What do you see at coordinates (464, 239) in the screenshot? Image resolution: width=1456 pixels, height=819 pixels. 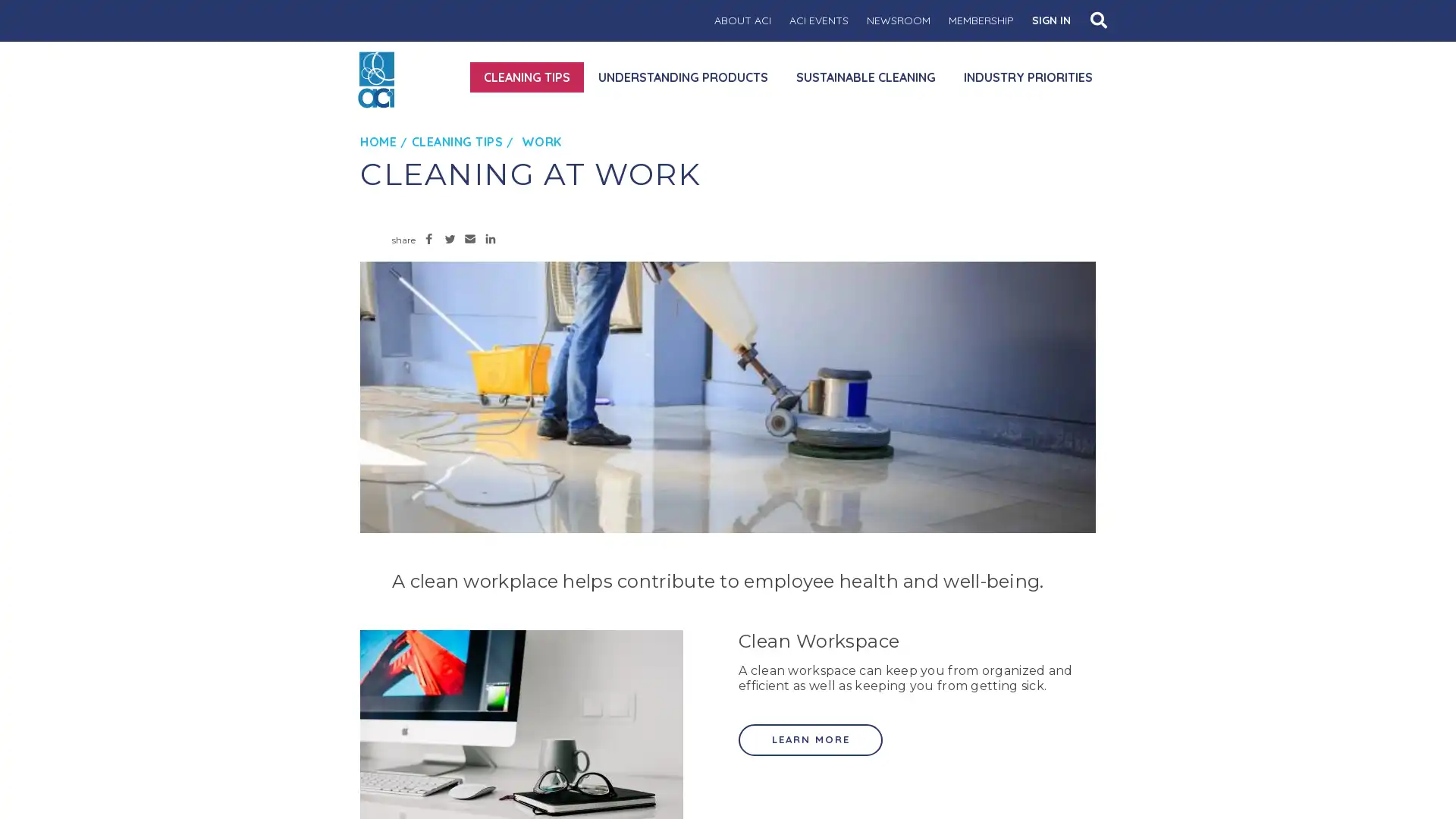 I see `Share to Email` at bounding box center [464, 239].